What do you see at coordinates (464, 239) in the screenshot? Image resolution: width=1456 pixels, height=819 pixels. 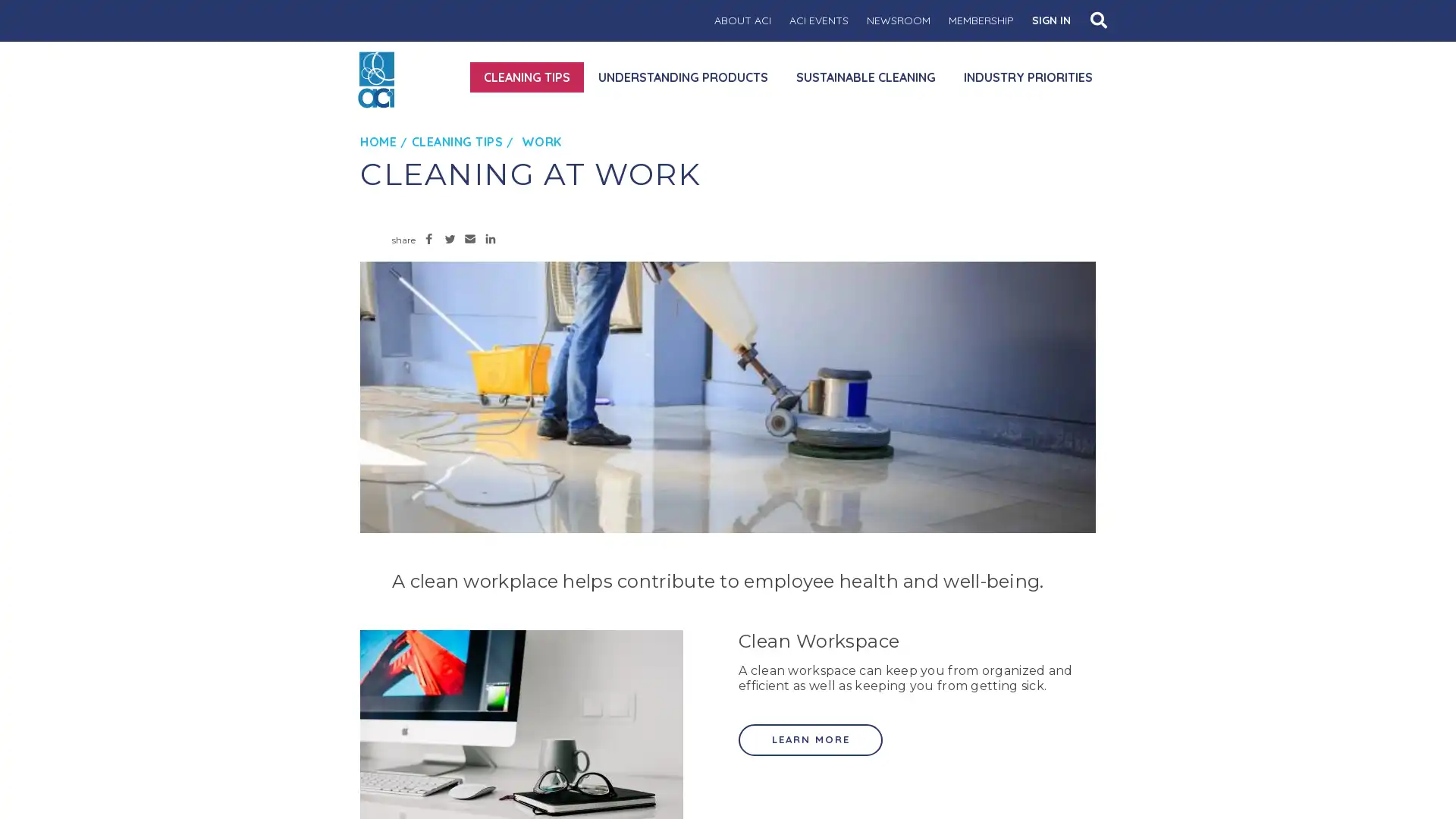 I see `Share to Email` at bounding box center [464, 239].